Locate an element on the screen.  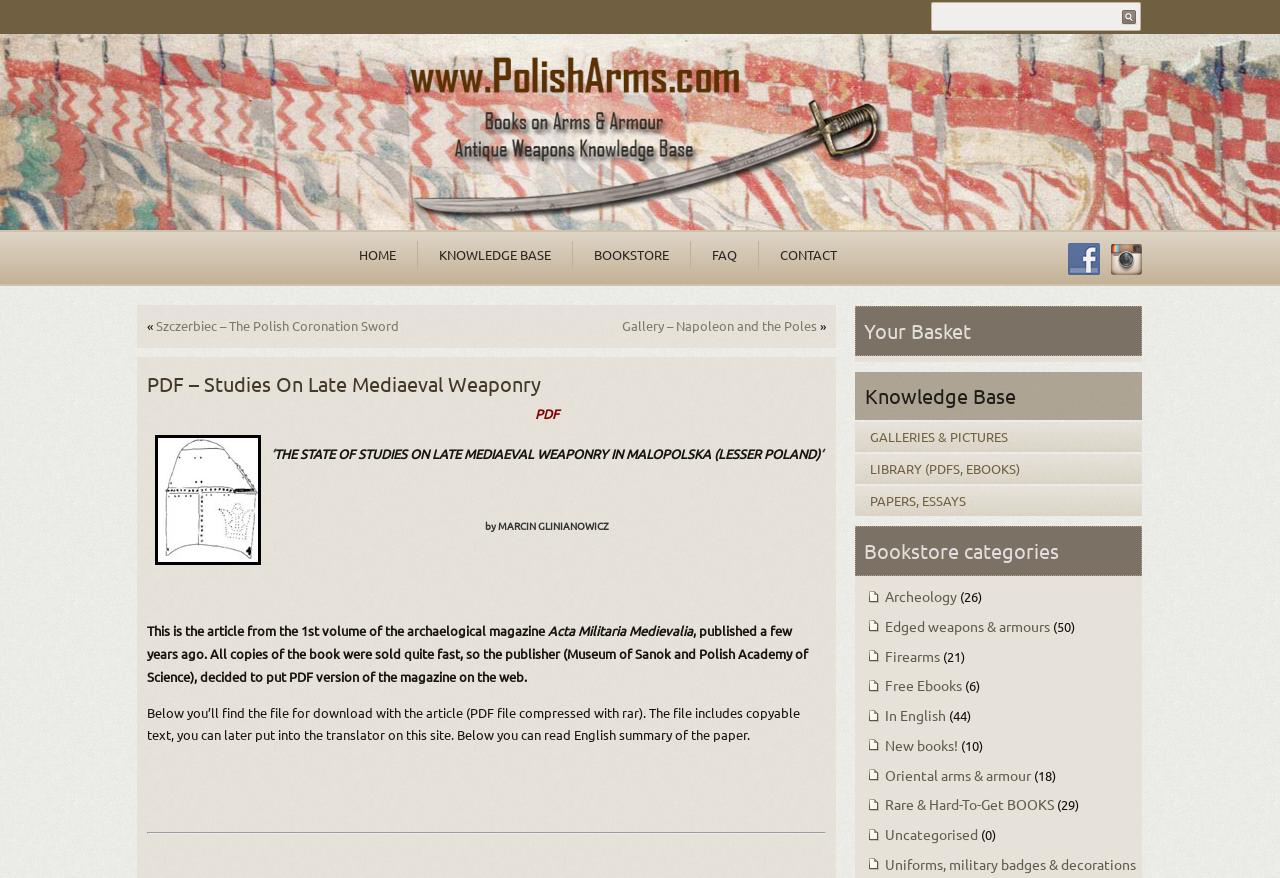
'(18)' is located at coordinates (1042, 774).